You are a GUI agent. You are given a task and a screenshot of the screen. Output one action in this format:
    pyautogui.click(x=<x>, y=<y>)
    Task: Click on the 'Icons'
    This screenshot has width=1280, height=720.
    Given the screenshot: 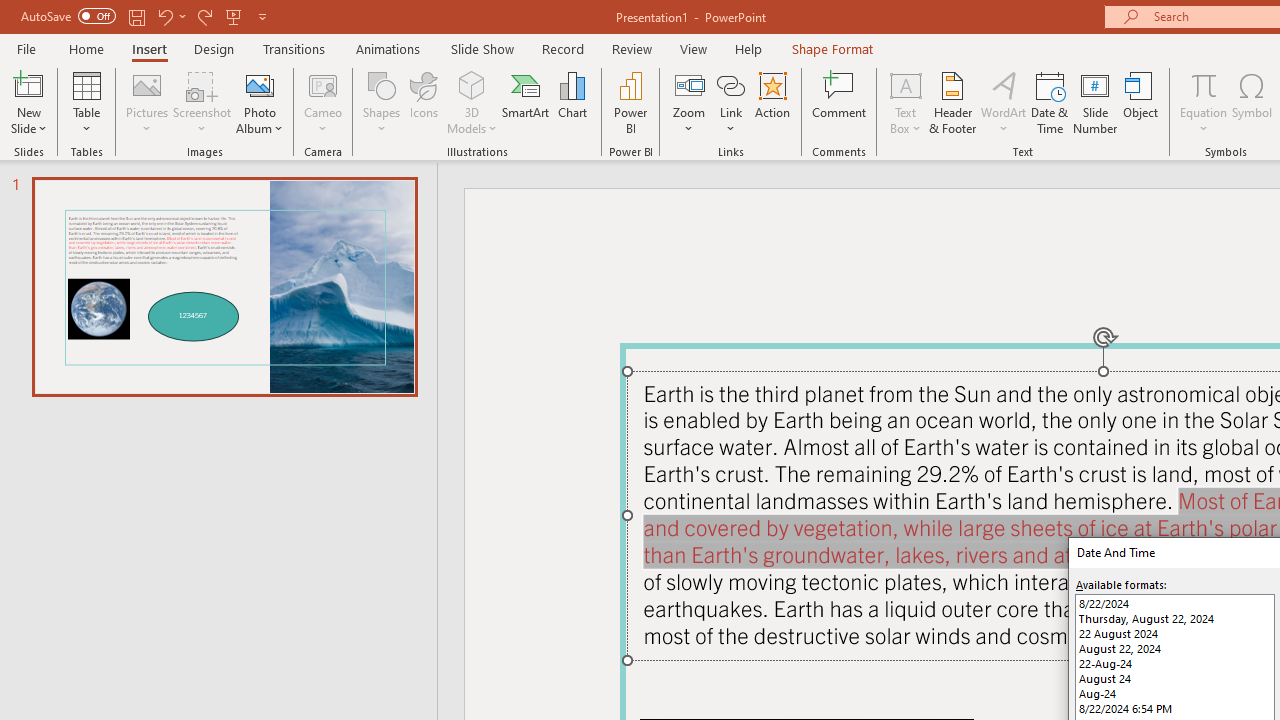 What is the action you would take?
    pyautogui.click(x=423, y=103)
    